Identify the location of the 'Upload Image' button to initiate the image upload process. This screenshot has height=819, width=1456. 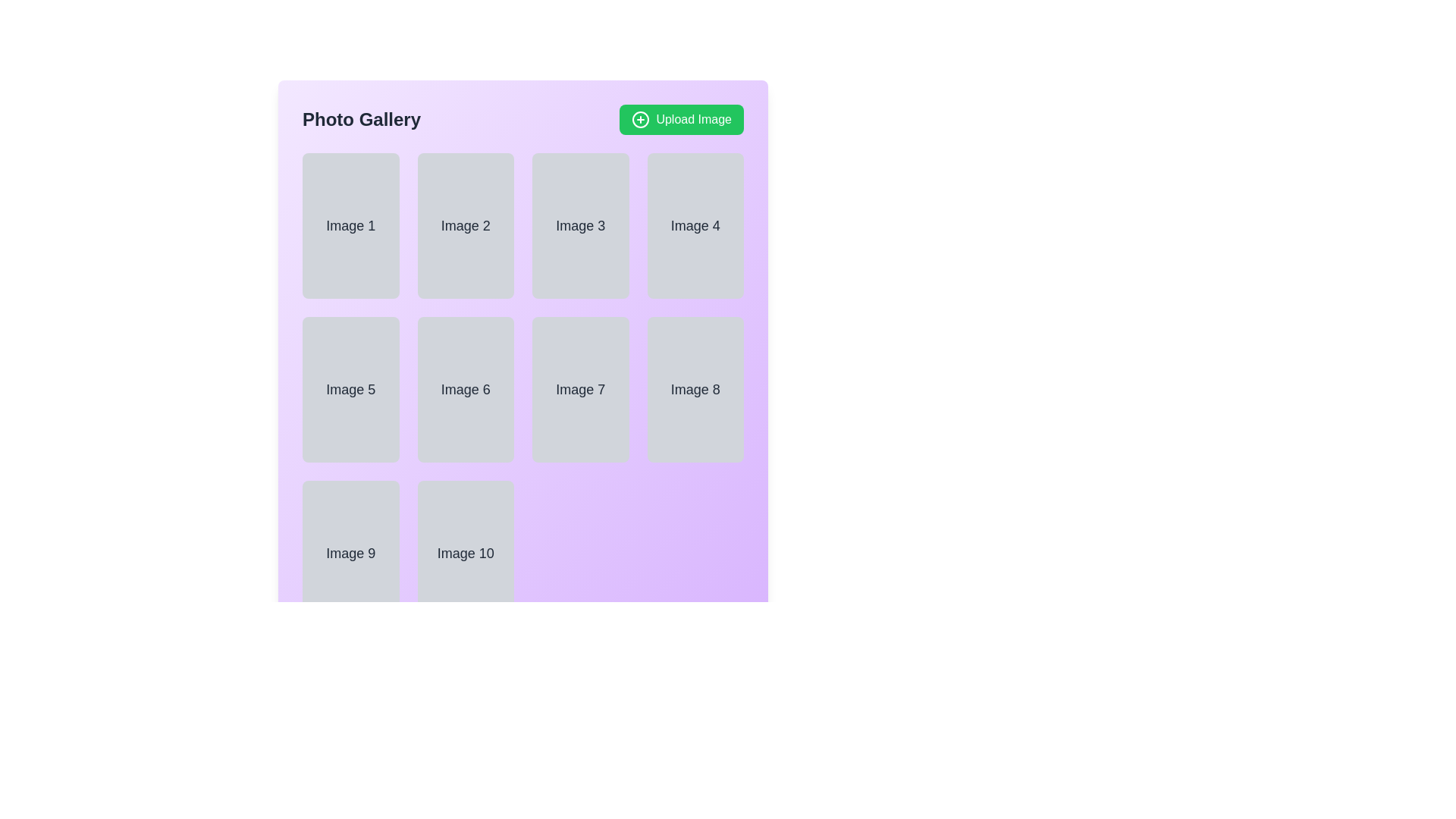
(680, 119).